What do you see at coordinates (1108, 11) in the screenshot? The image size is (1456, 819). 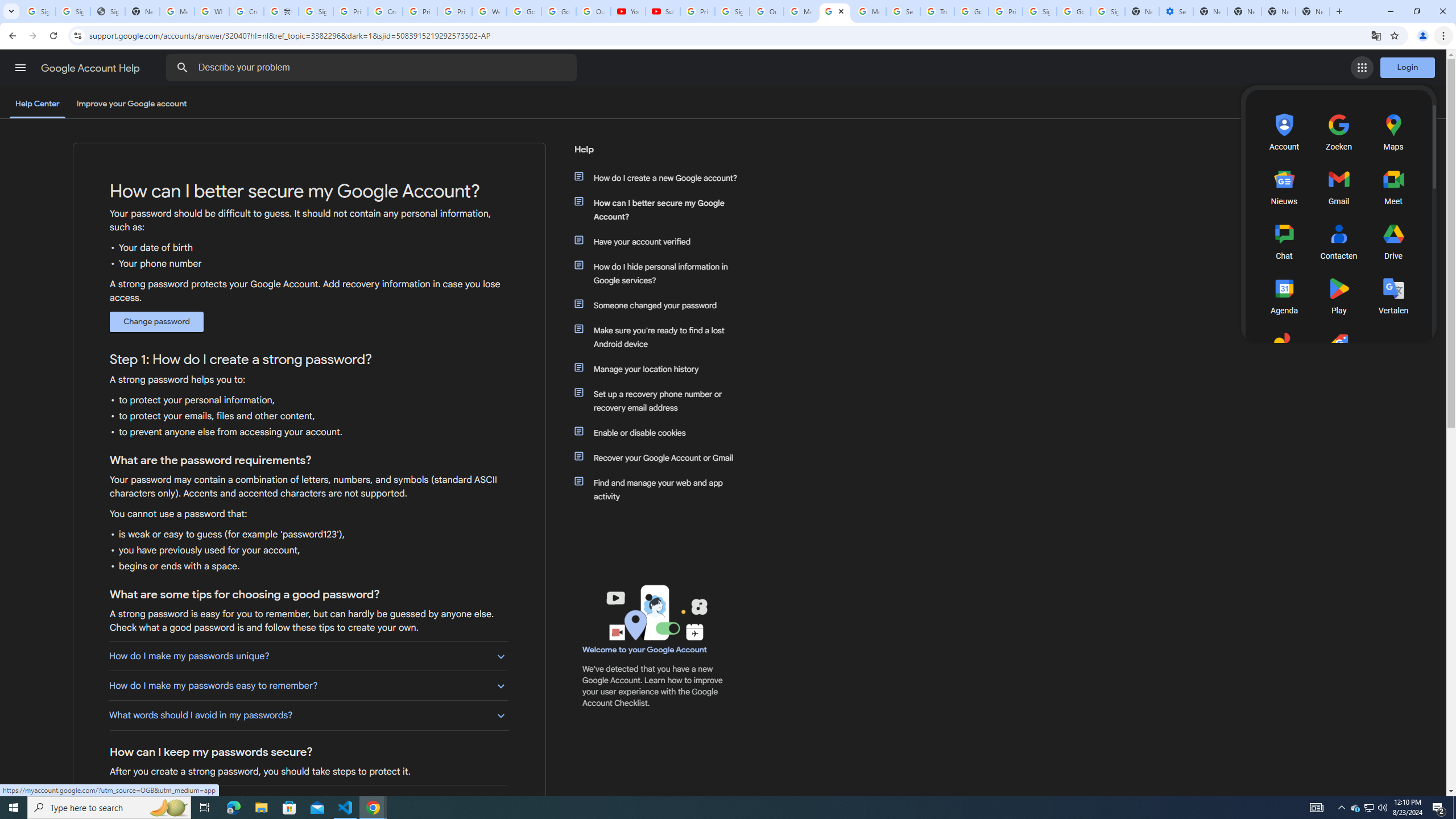 I see `'Sign in - Google Accounts'` at bounding box center [1108, 11].